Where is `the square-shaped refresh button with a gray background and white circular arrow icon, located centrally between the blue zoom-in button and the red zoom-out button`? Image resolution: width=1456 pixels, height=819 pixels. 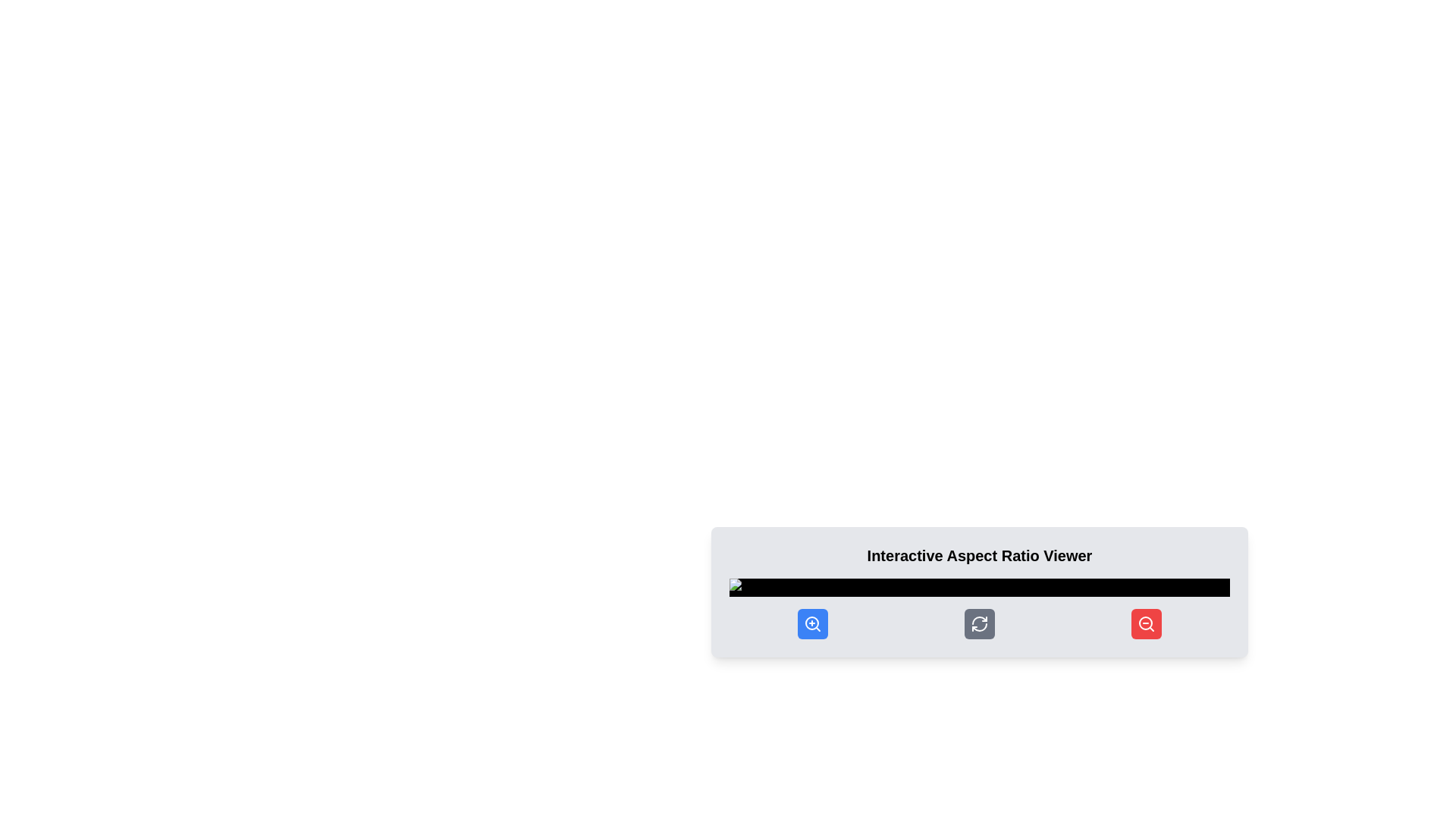
the square-shaped refresh button with a gray background and white circular arrow icon, located centrally between the blue zoom-in button and the red zoom-out button is located at coordinates (979, 623).